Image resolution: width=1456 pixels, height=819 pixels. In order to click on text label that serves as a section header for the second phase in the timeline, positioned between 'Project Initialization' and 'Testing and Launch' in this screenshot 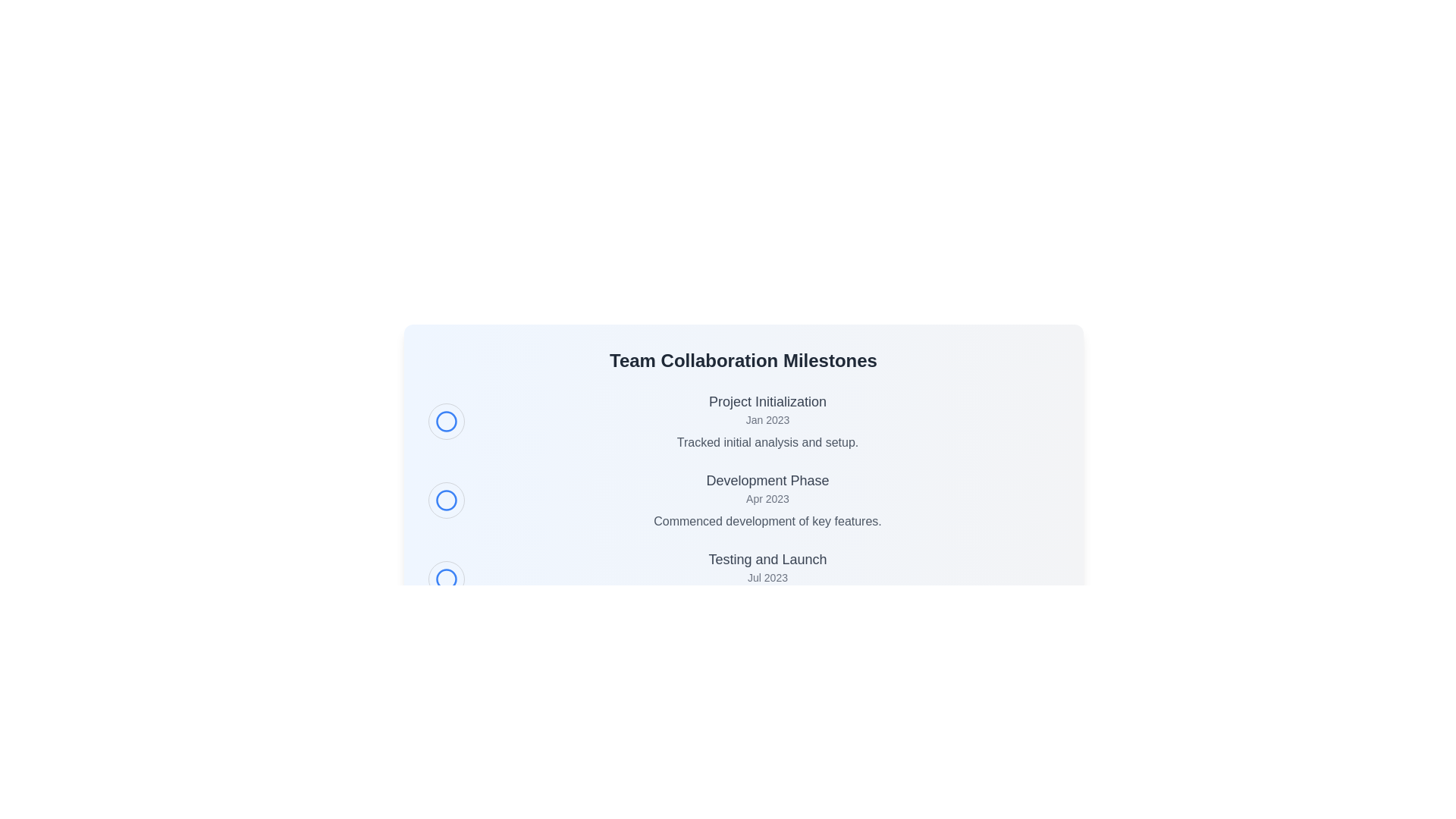, I will do `click(767, 480)`.